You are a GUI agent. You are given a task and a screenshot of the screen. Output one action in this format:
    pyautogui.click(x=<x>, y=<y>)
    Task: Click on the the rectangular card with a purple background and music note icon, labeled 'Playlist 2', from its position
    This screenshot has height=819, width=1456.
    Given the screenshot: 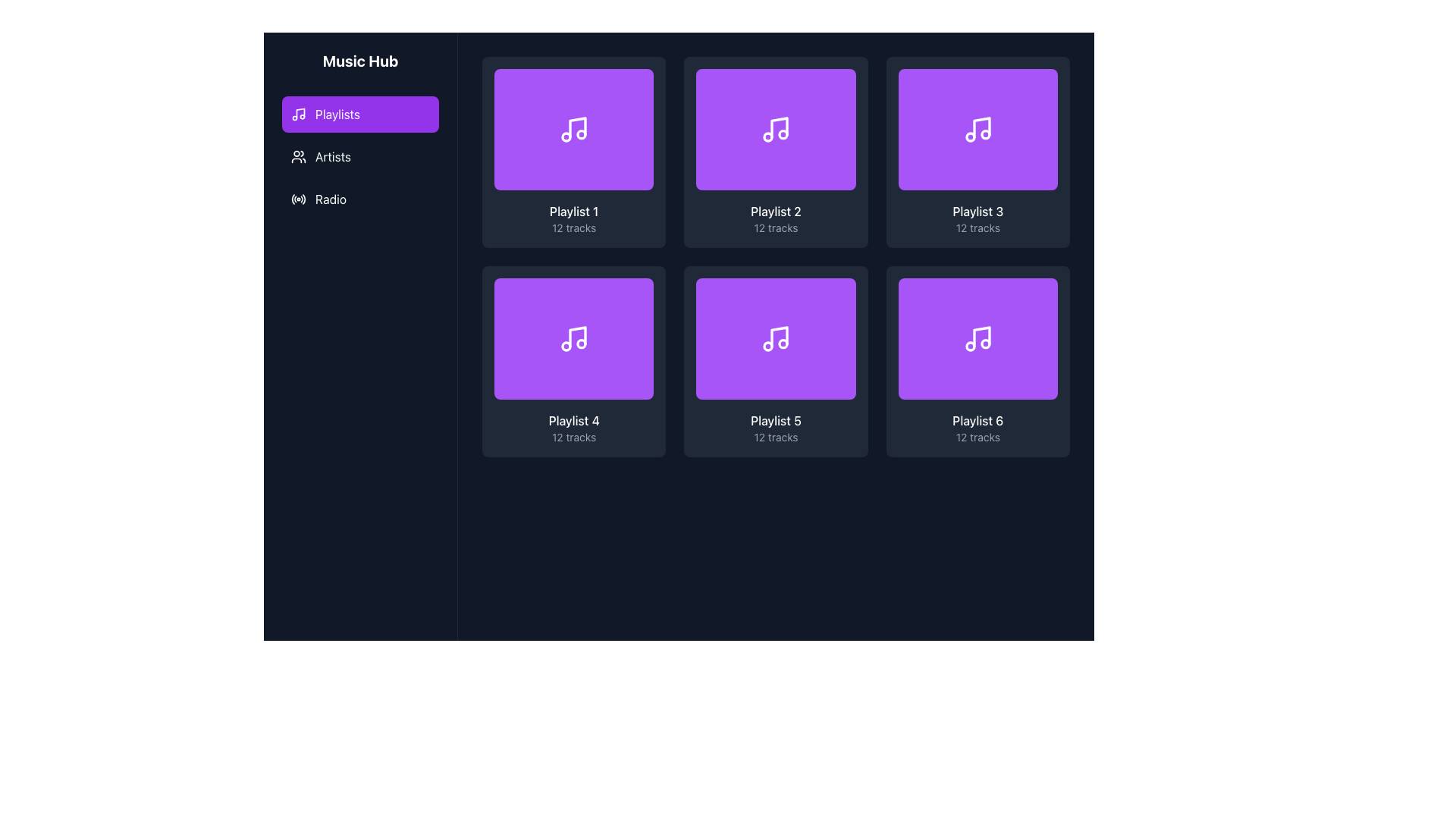 What is the action you would take?
    pyautogui.click(x=776, y=152)
    